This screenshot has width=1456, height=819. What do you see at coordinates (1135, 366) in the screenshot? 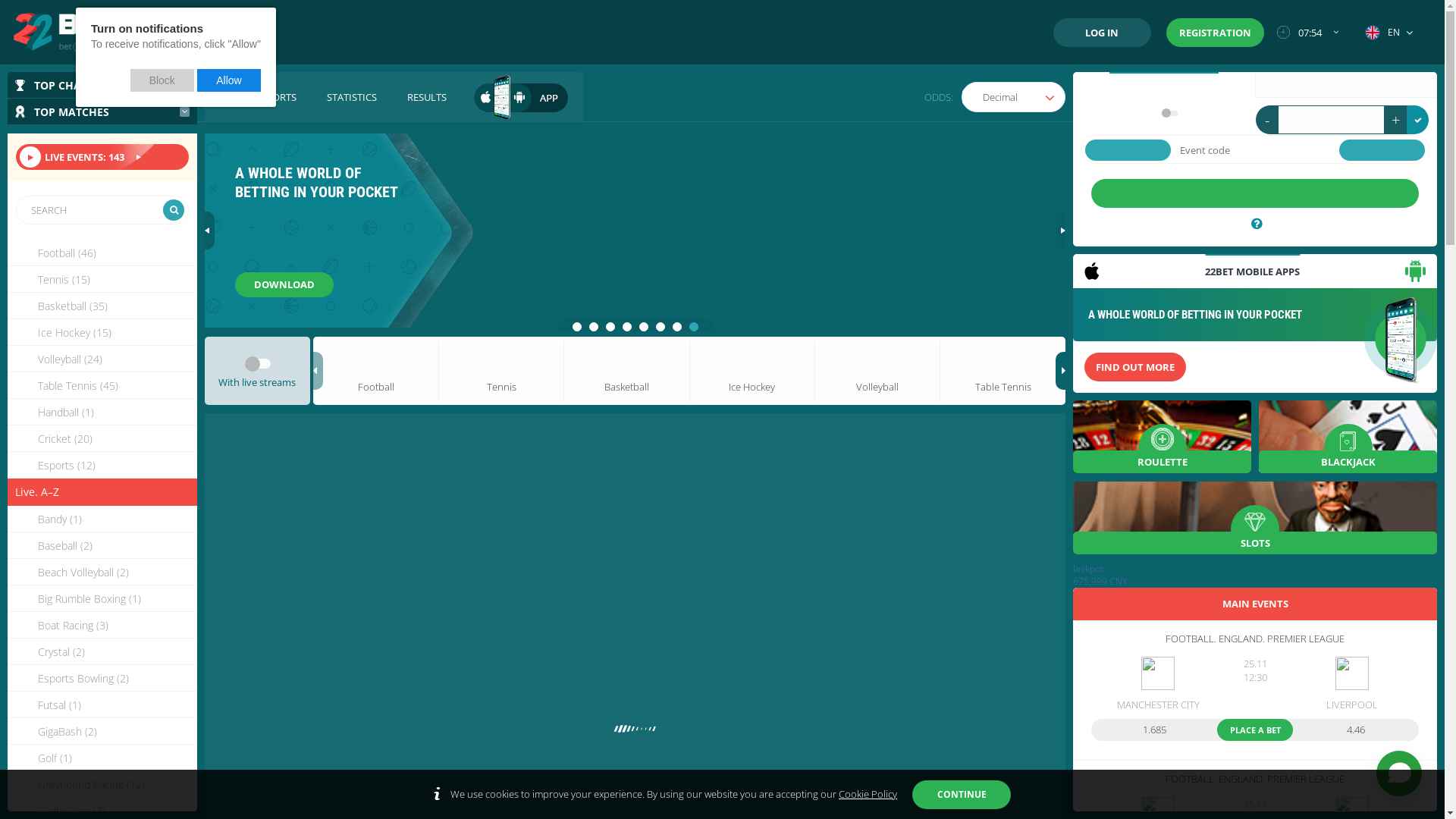
I see `'FIND OUT MORE'` at bounding box center [1135, 366].